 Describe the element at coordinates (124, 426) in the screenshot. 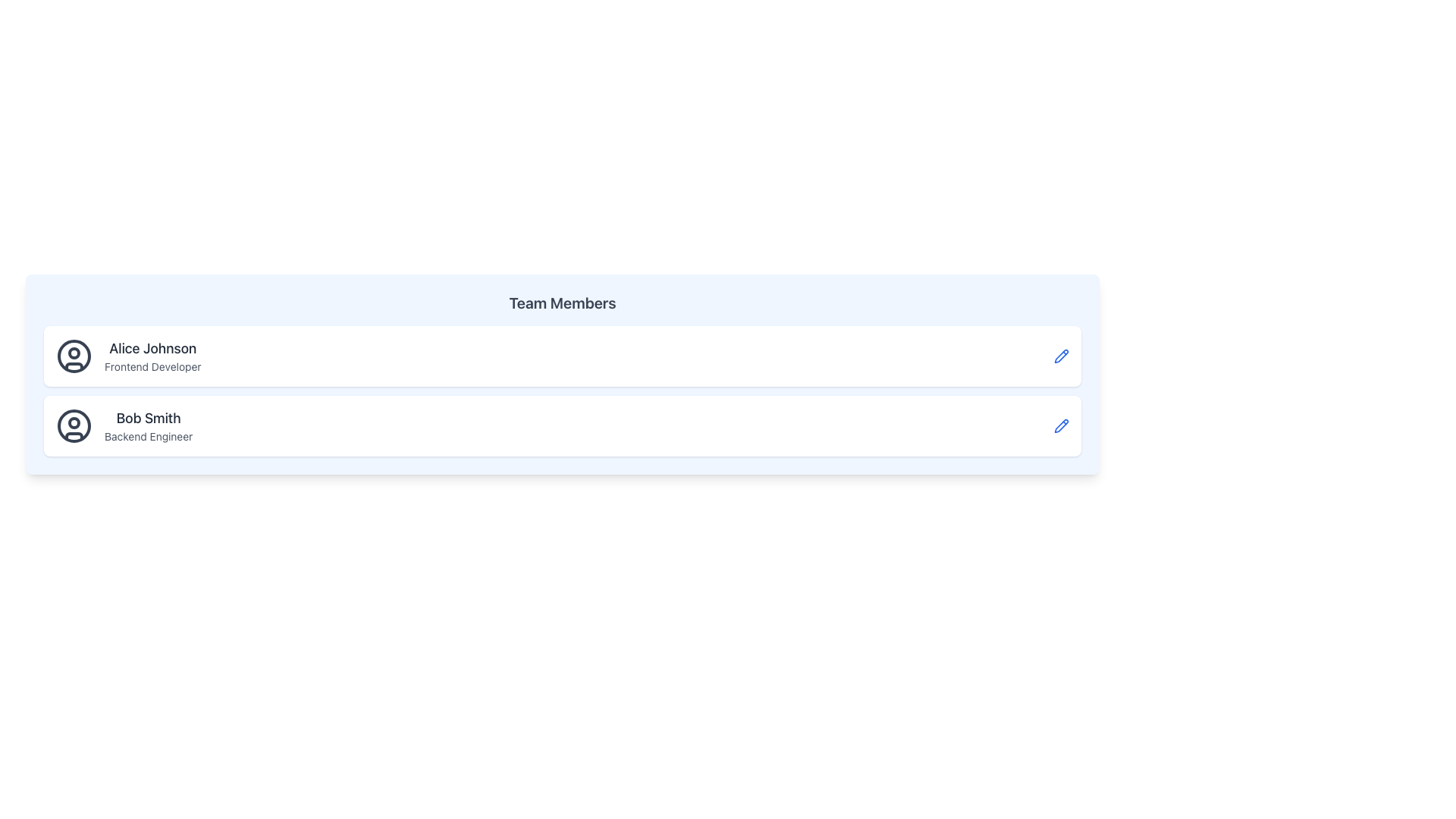

I see `the second List Item under the 'Team Members' section, which displays the name and job title of a specific team member, to interact with the entire component` at that location.